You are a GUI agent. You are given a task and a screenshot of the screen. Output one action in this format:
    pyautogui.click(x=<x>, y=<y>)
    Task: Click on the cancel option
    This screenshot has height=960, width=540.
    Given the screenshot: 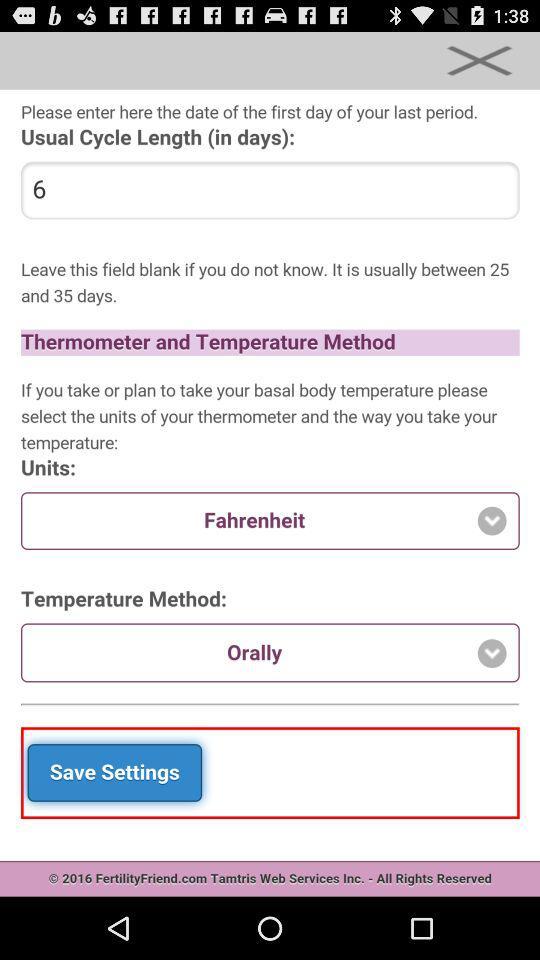 What is the action you would take?
    pyautogui.click(x=478, y=59)
    